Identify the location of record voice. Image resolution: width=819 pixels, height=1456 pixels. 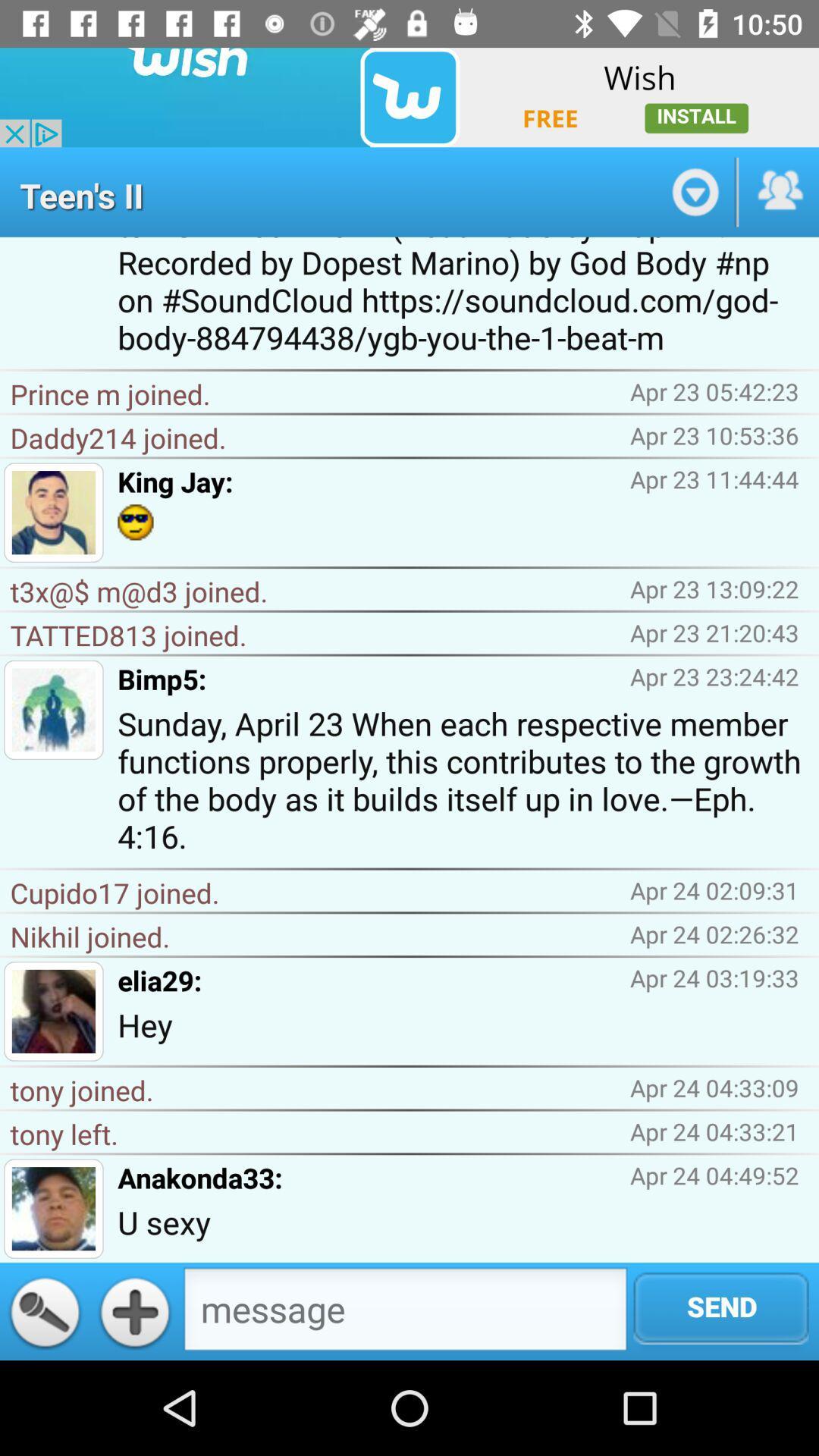
(44, 1310).